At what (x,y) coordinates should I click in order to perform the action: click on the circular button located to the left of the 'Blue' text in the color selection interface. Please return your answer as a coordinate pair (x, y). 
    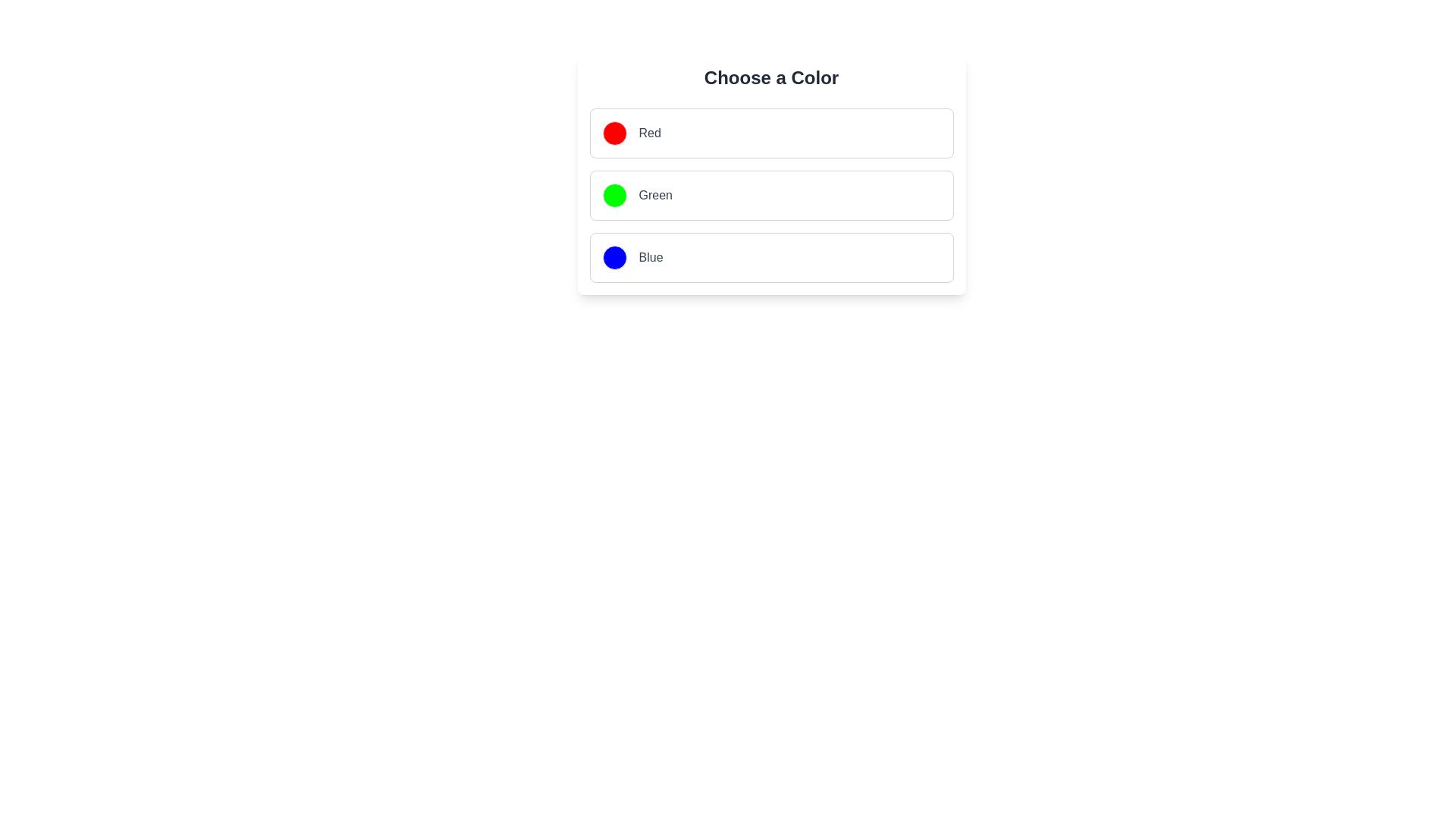
    Looking at the image, I should click on (614, 256).